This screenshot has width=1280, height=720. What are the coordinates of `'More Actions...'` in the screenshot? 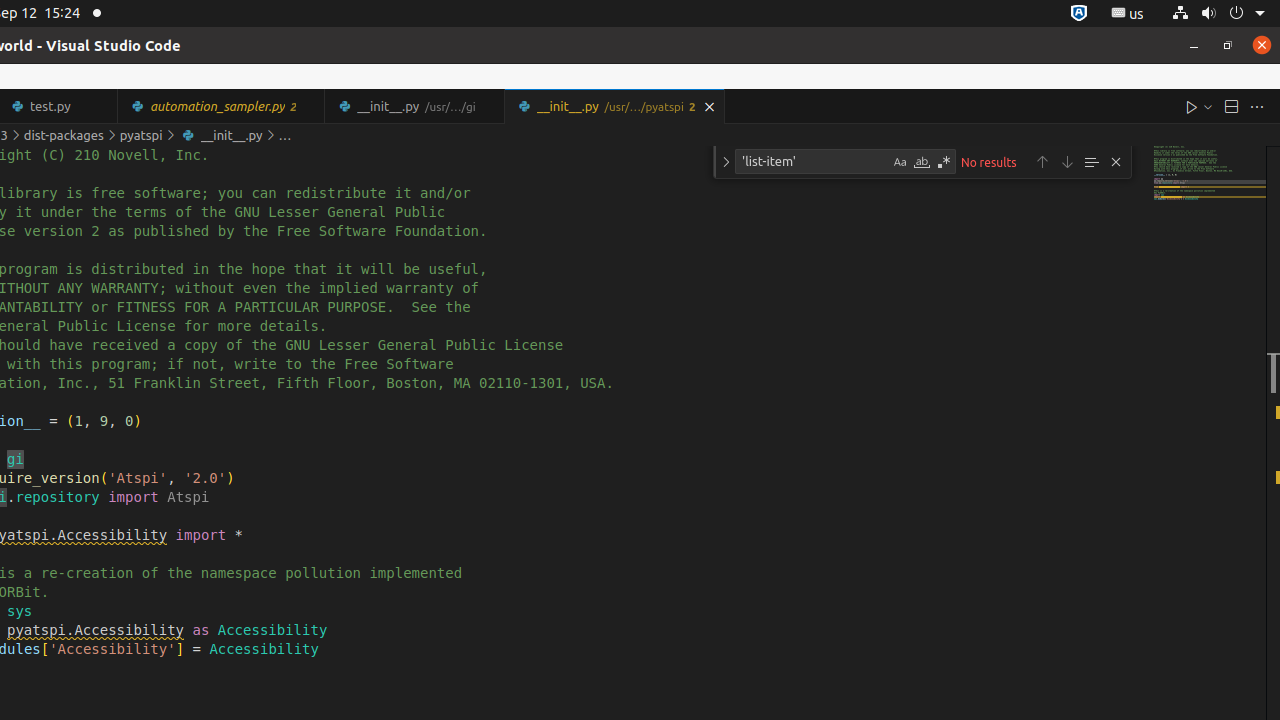 It's located at (1255, 106).